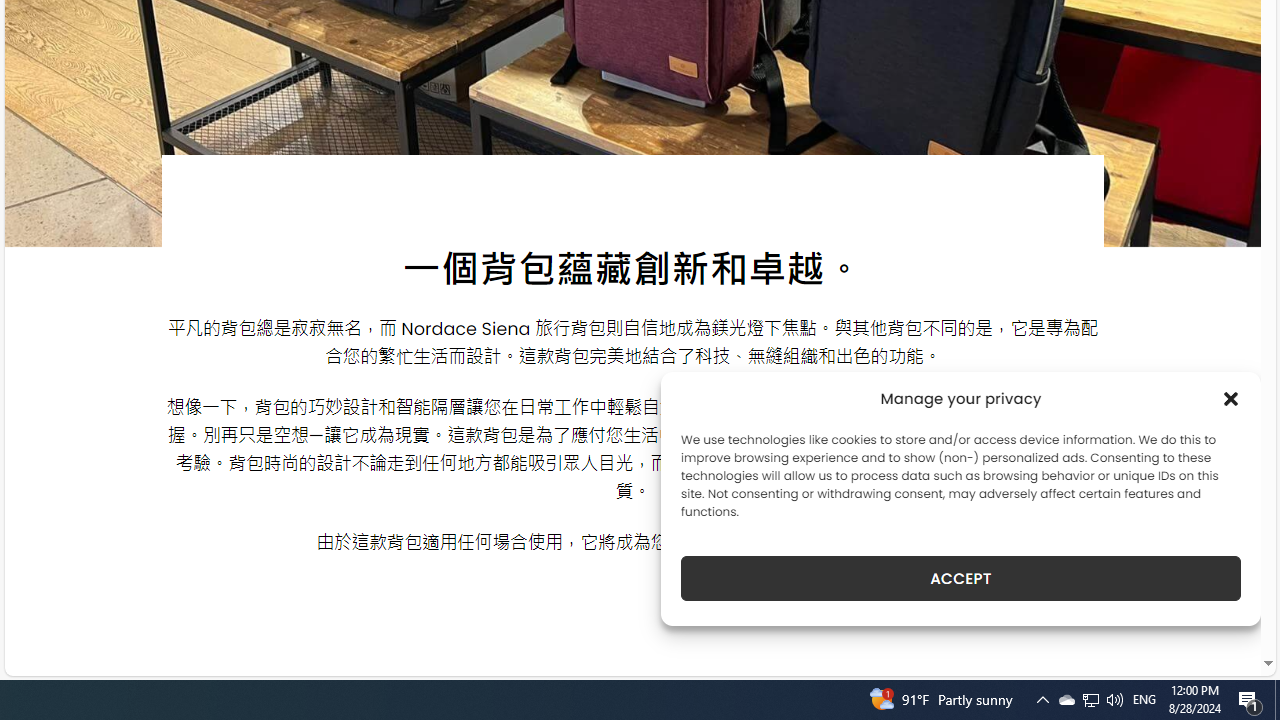 The width and height of the screenshot is (1280, 720). I want to click on 'ACCEPT', so click(961, 578).